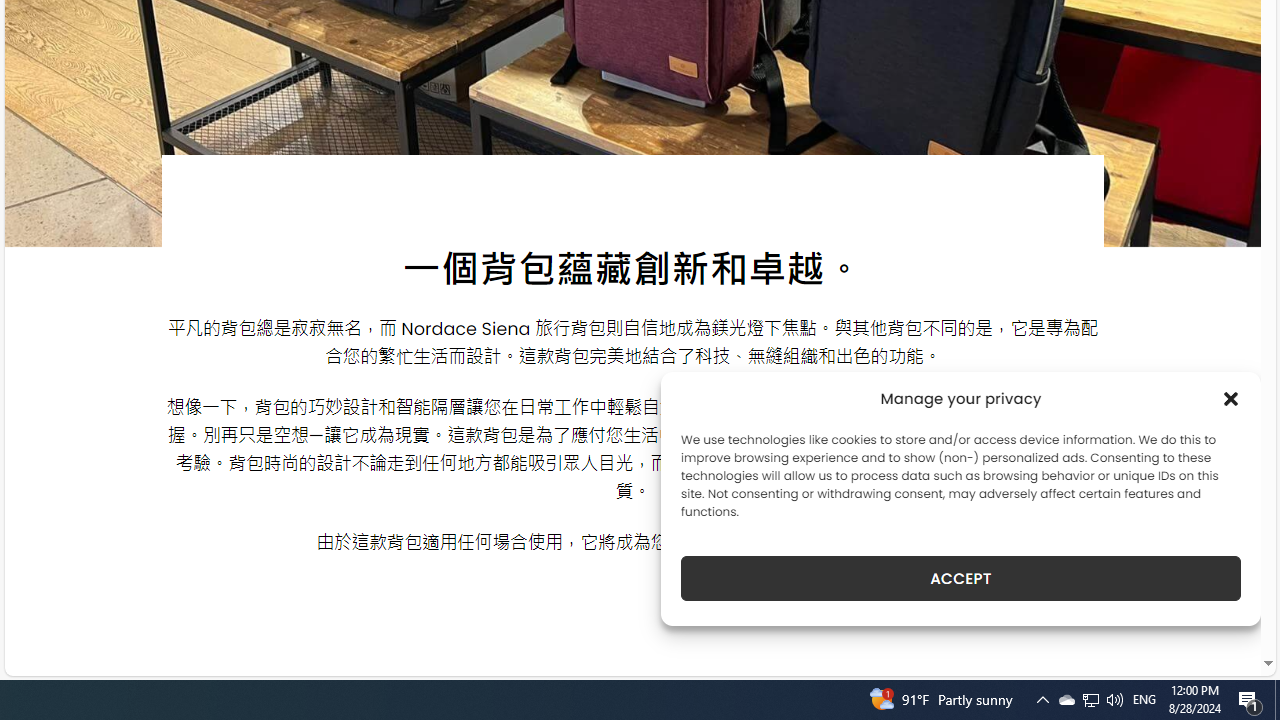 The width and height of the screenshot is (1280, 720). I want to click on 'ACCEPT', so click(961, 578).